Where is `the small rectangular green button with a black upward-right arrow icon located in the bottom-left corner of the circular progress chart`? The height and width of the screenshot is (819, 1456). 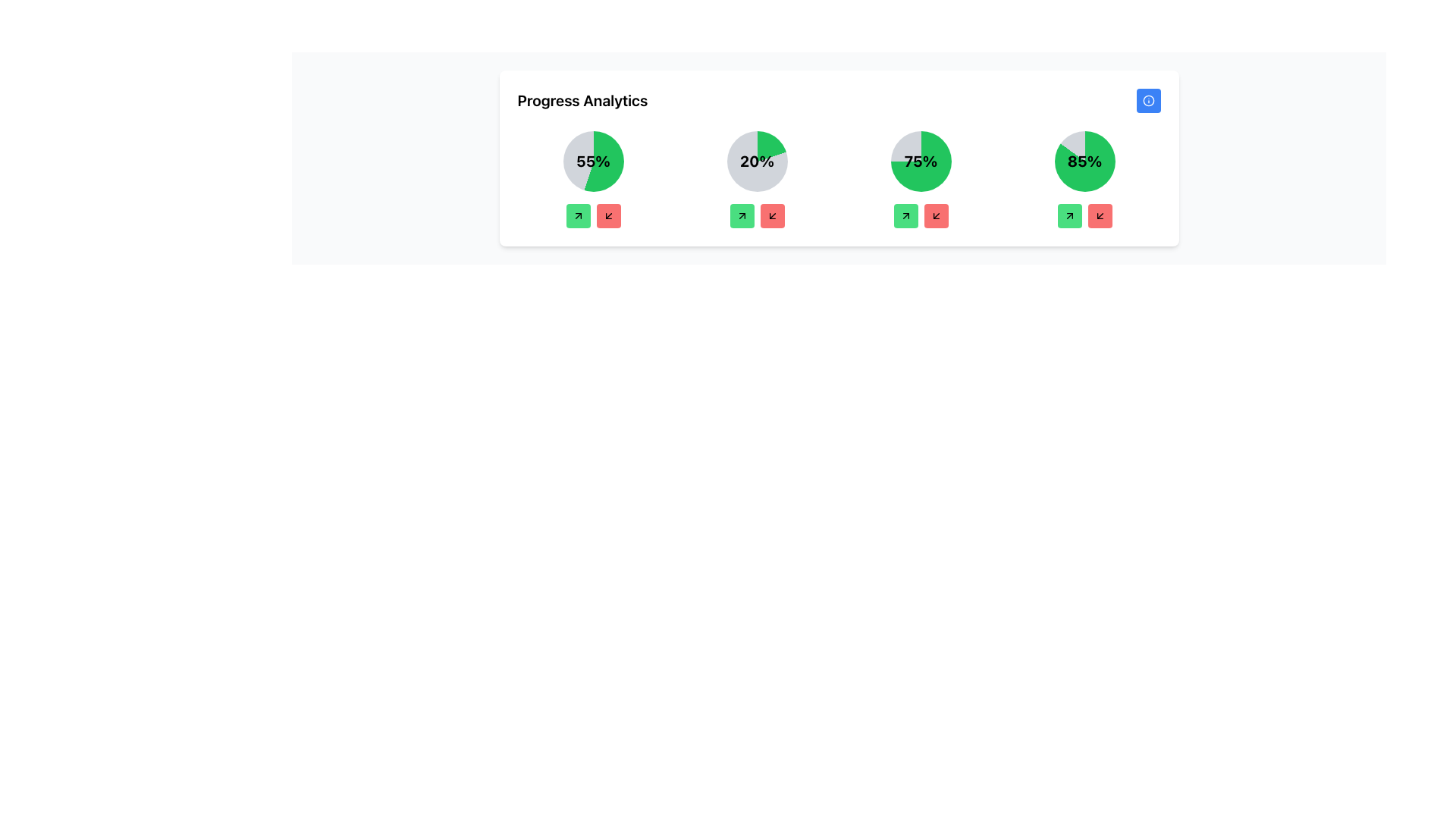 the small rectangular green button with a black upward-right arrow icon located in the bottom-left corner of the circular progress chart is located at coordinates (1068, 216).